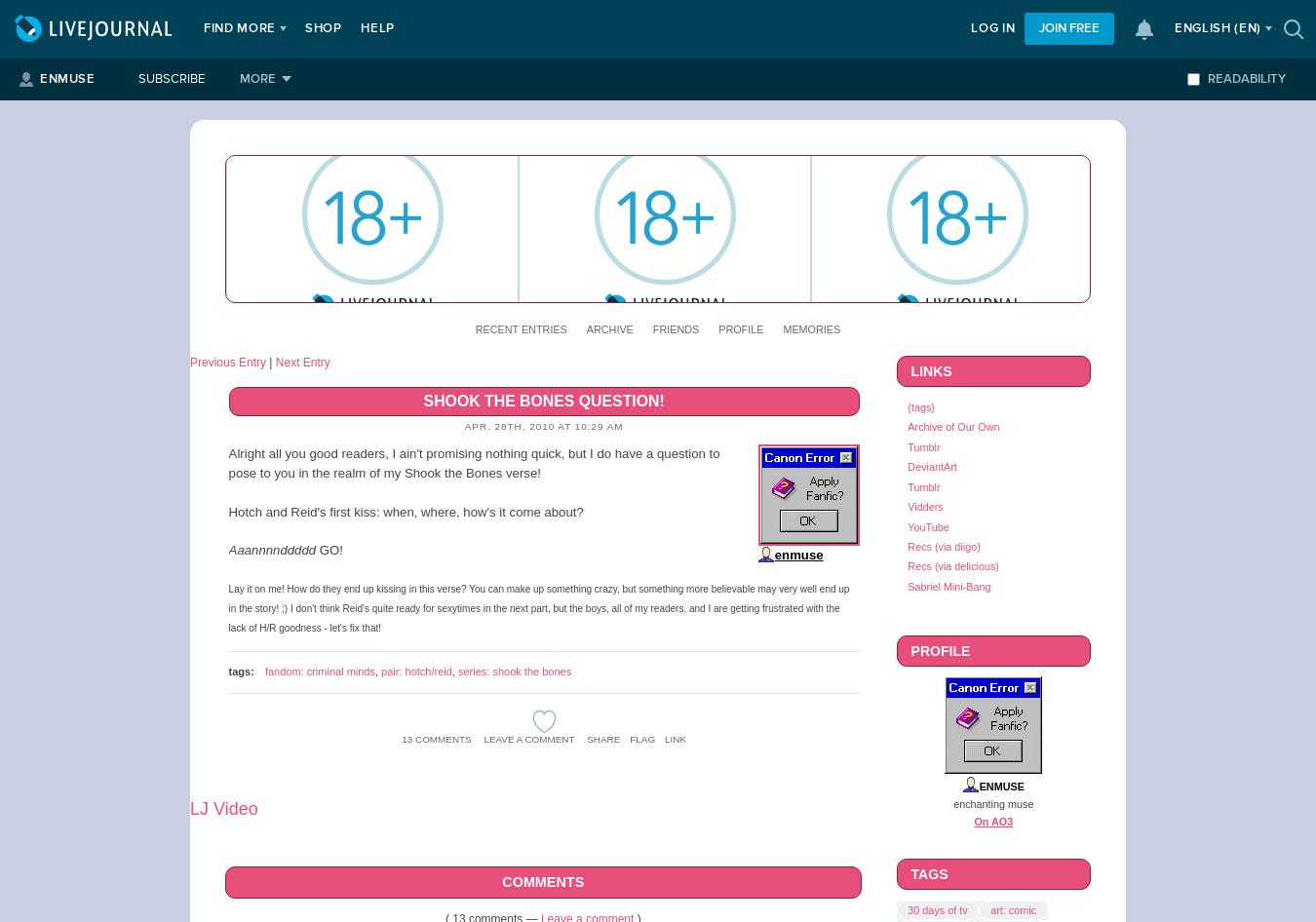 This screenshot has height=922, width=1316. I want to click on 'Subscribe', so click(170, 78).